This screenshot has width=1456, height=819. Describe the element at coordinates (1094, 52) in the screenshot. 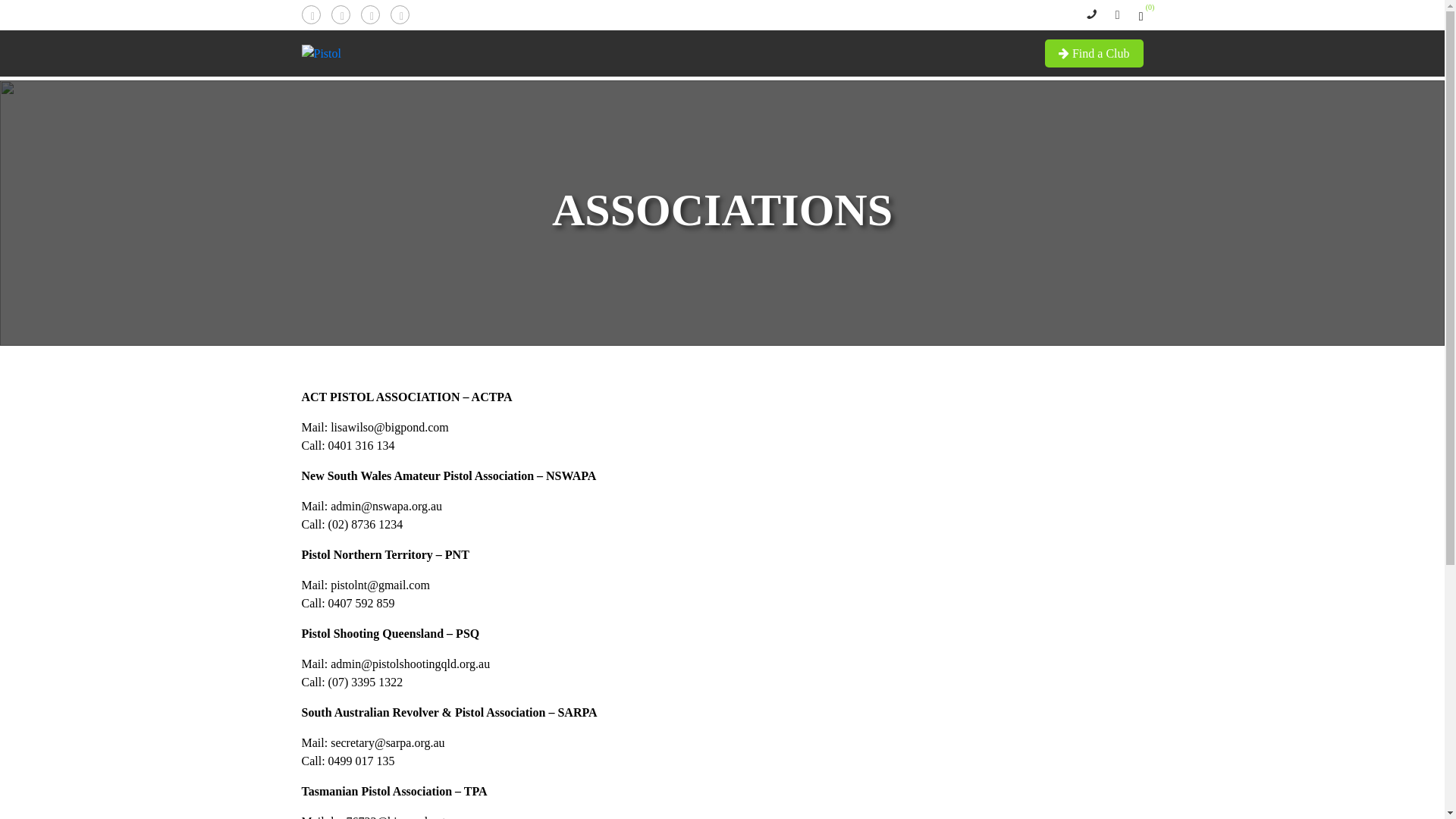

I see `'Find a Club'` at that location.